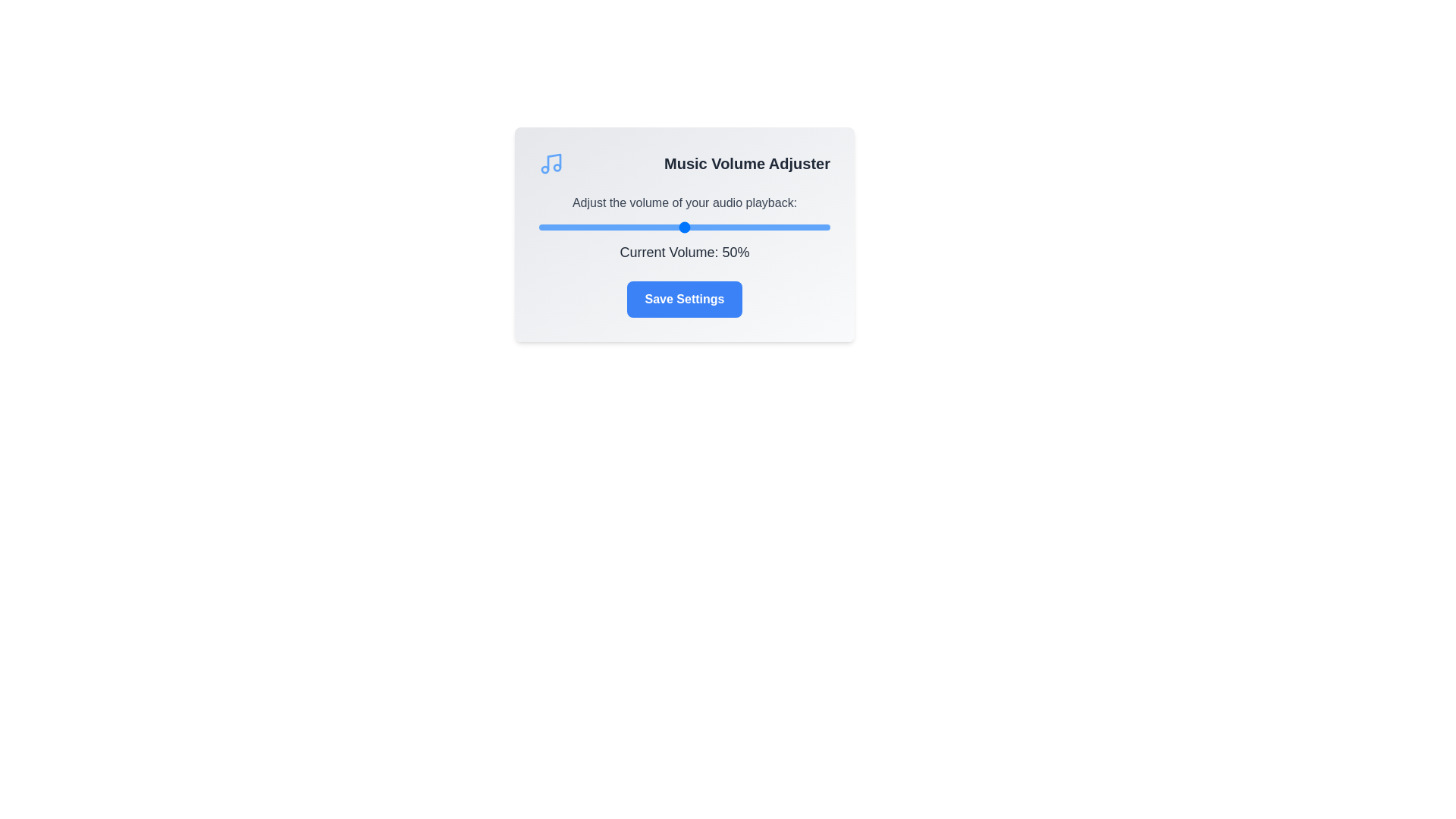  I want to click on the volume slider to 63%, so click(721, 227).